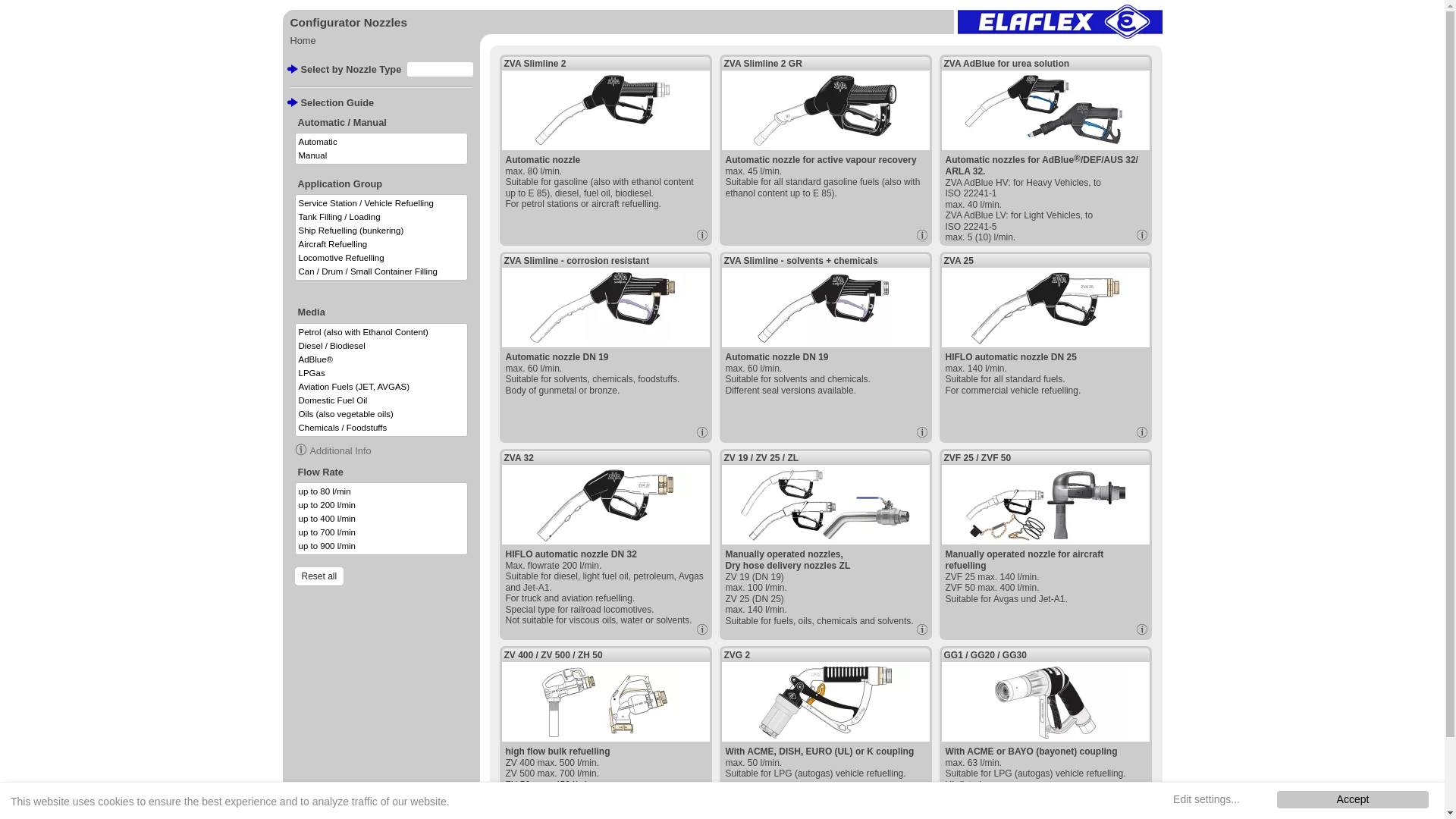 The width and height of the screenshot is (1456, 819). Describe the element at coordinates (381, 517) in the screenshot. I see `'up to 400 l/min'` at that location.